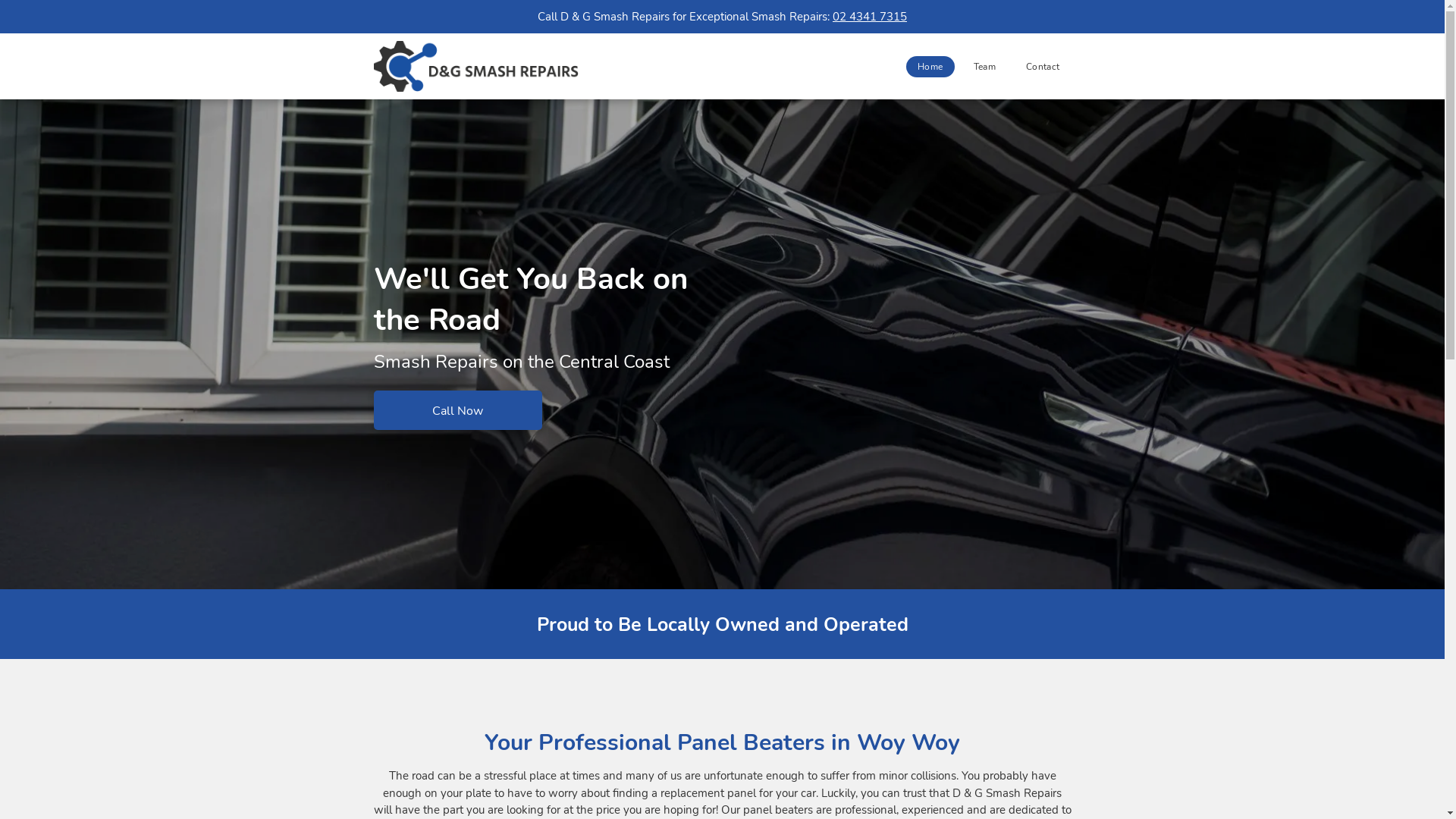 This screenshot has width=1456, height=819. I want to click on 'Call Now', so click(457, 409).